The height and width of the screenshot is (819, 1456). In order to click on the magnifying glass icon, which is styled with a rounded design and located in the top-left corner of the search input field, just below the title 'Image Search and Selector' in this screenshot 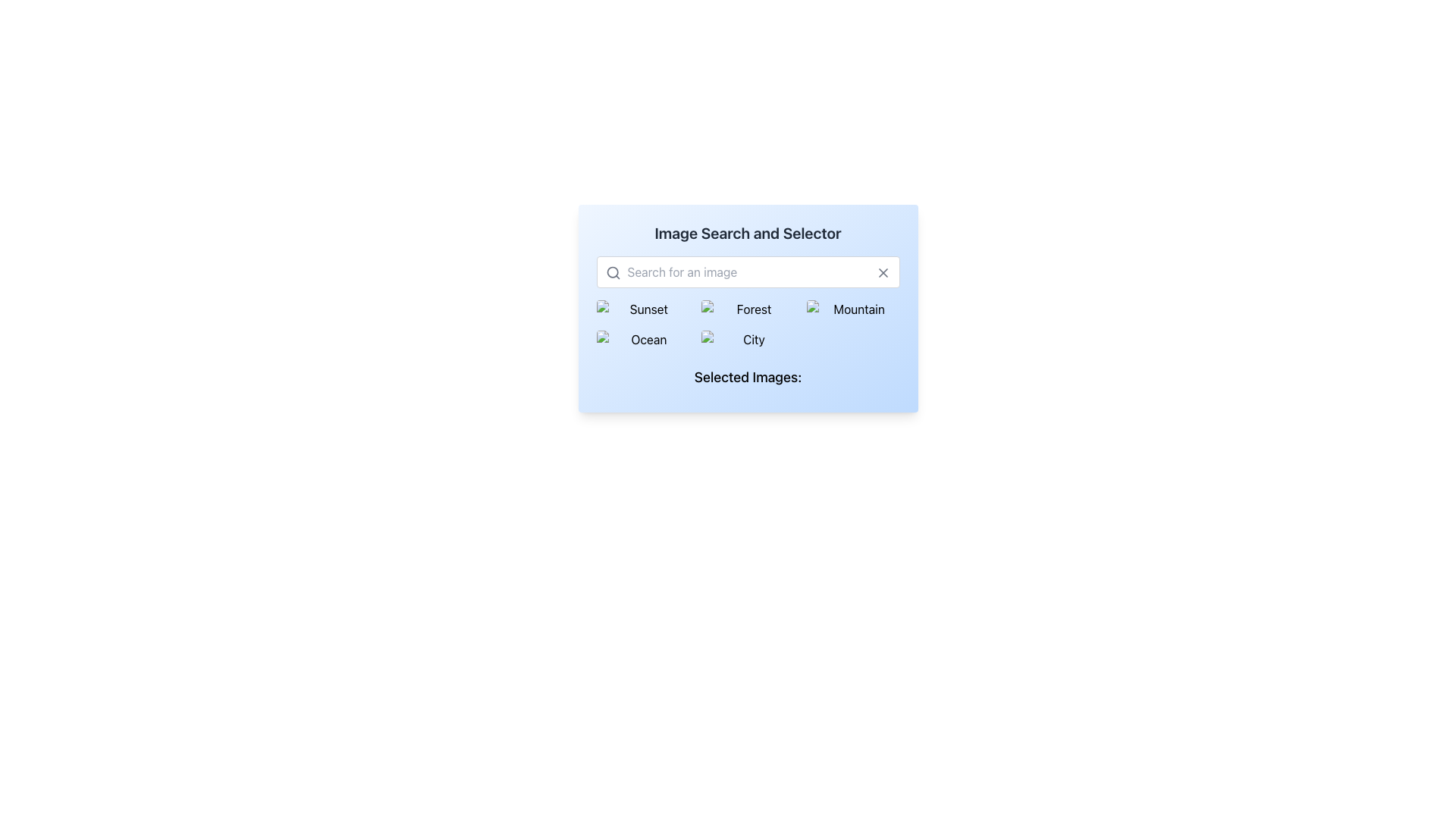, I will do `click(613, 271)`.